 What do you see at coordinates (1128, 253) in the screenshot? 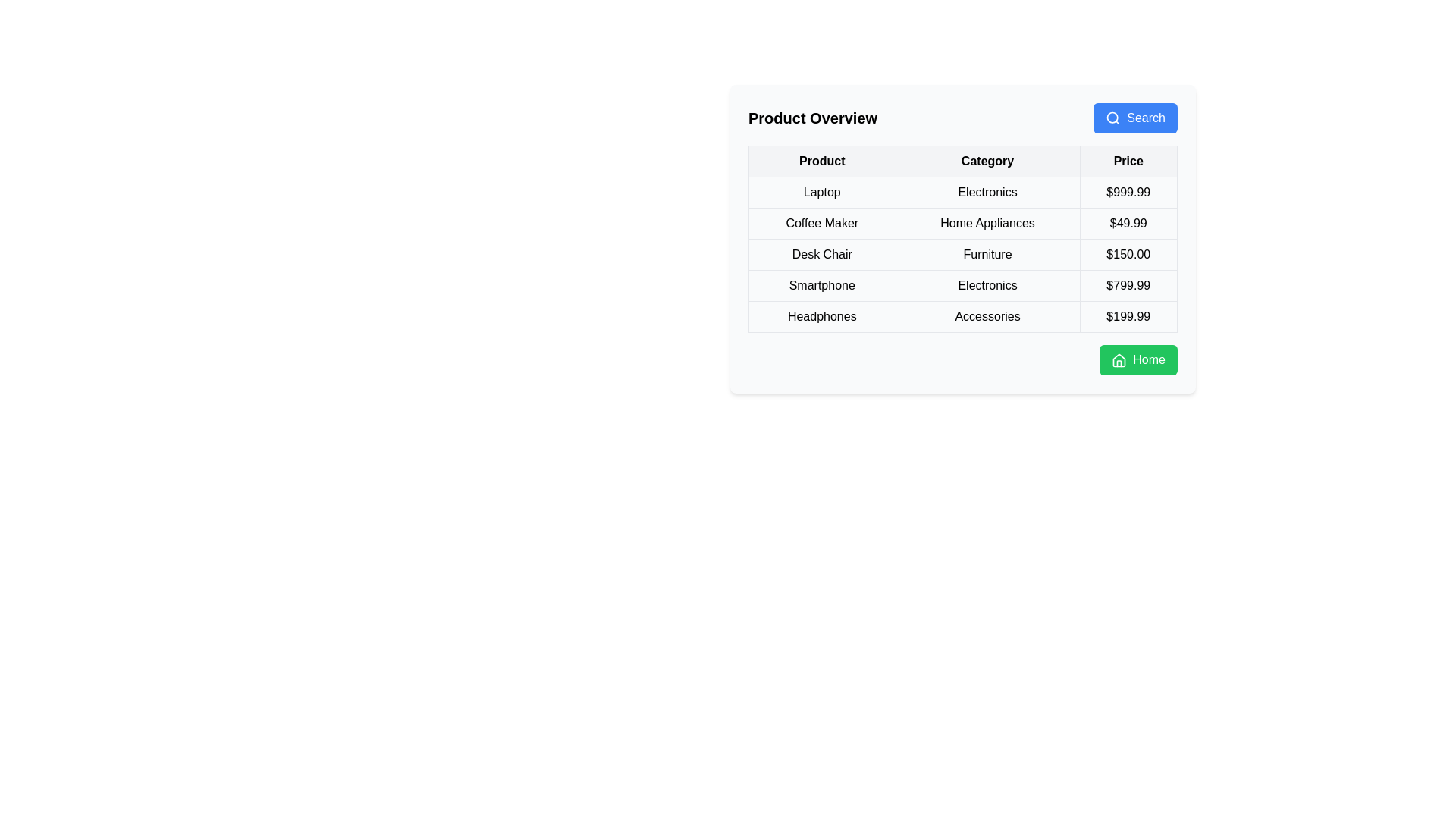
I see `the text label displaying '$150.00' in bold black font, located in the third row and third column of the table under the 'Price' header, which corresponds to the 'Desk Chair' row` at bounding box center [1128, 253].